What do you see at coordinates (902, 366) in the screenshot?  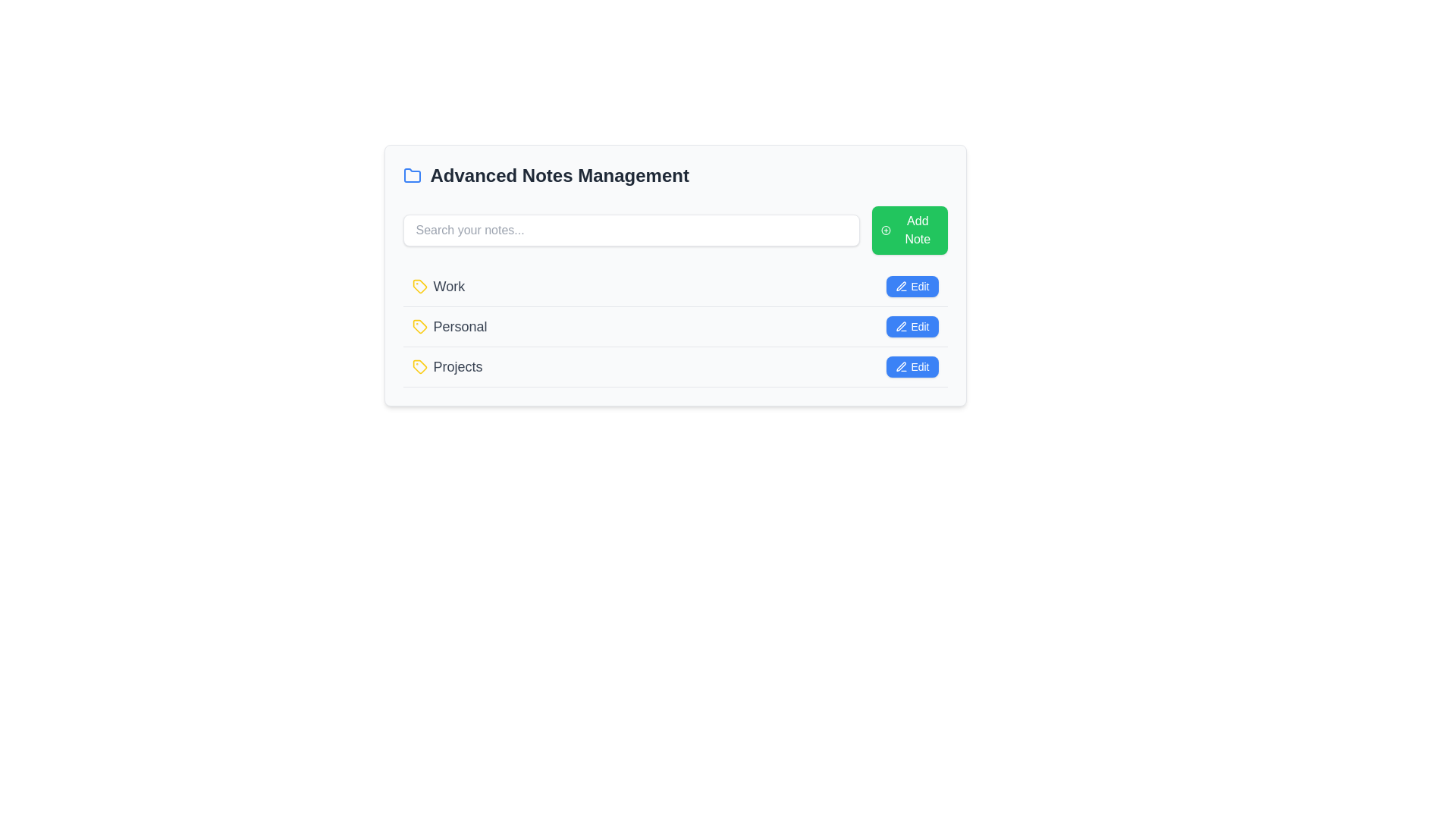 I see `the pen icon within the 'Edit' button in the 'Projects' section` at bounding box center [902, 366].